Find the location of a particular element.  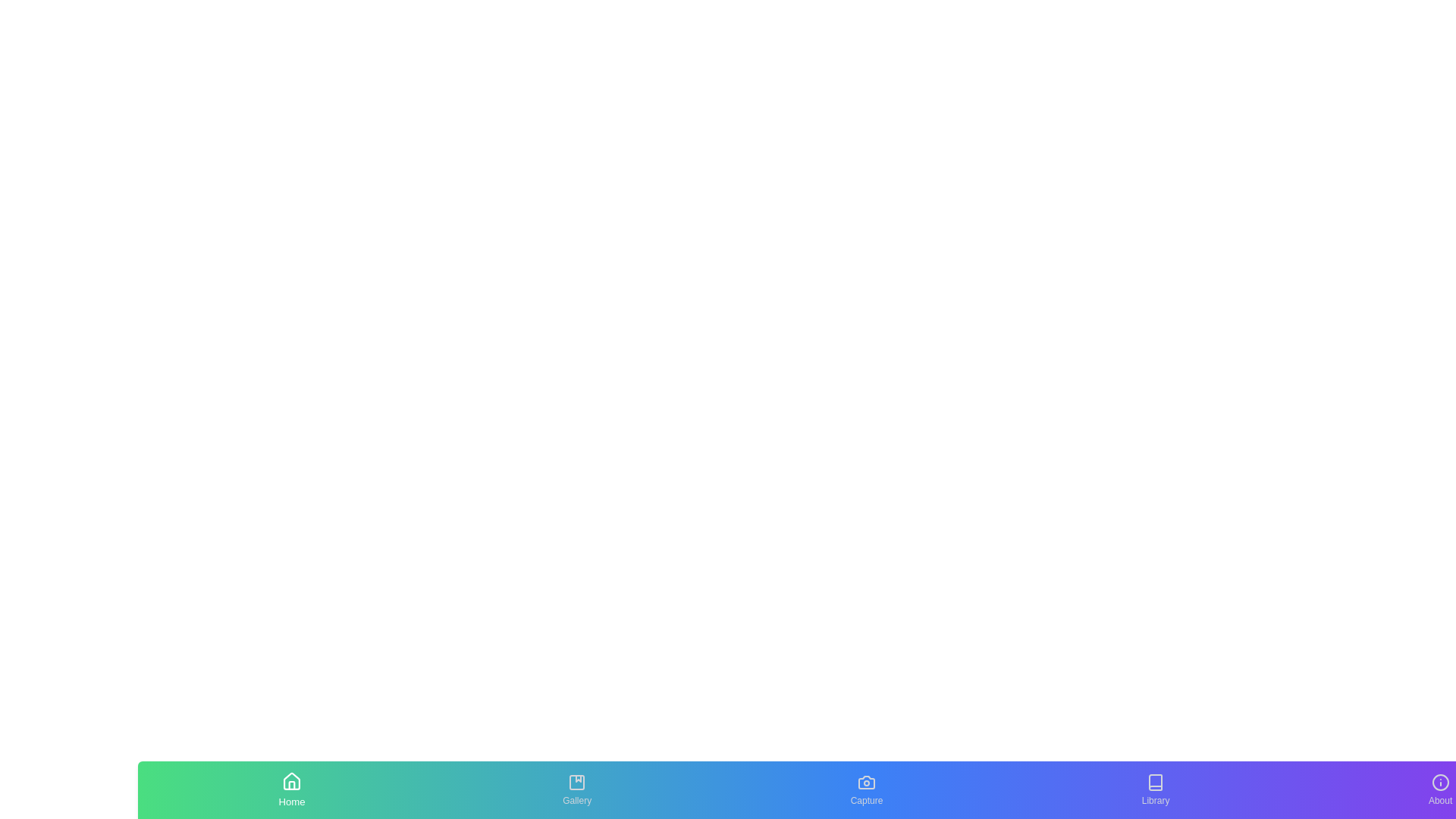

the Gallery tab is located at coordinates (576, 789).